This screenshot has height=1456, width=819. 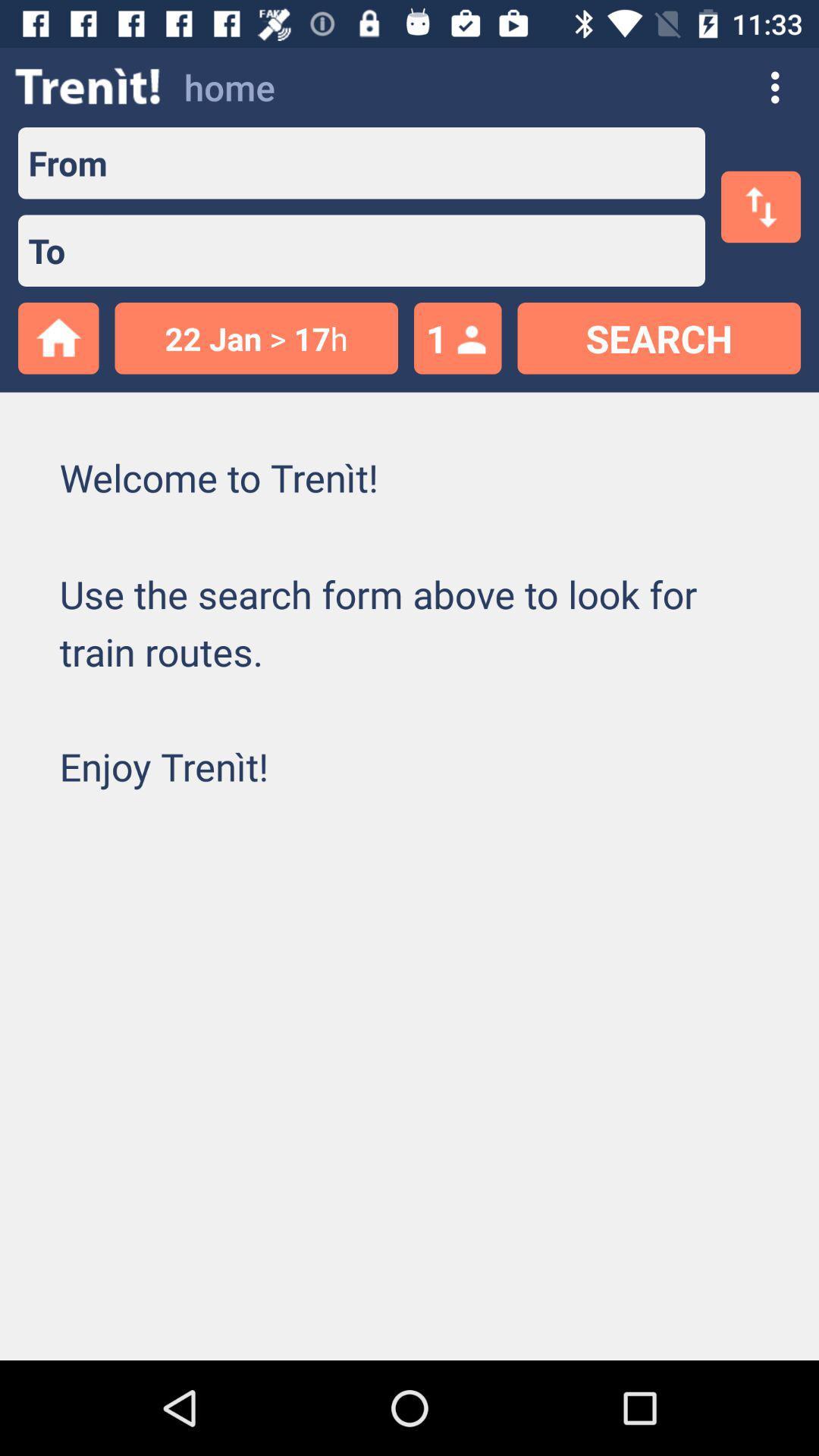 What do you see at coordinates (256, 337) in the screenshot?
I see `item next to 1 item` at bounding box center [256, 337].